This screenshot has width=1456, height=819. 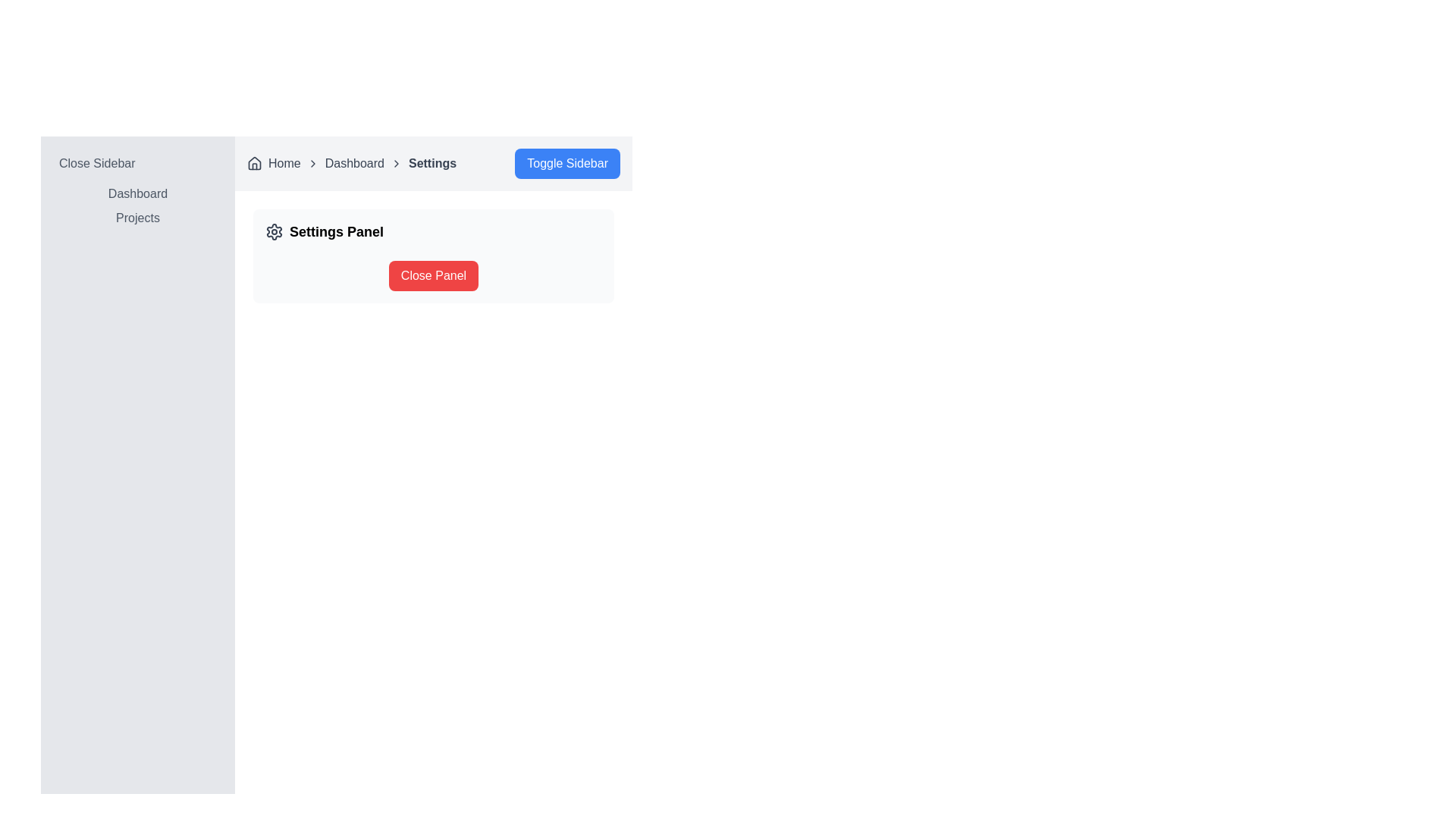 What do you see at coordinates (255, 164) in the screenshot?
I see `the 'Home' icon in the breadcrumb navigation bar, which is a small line-based design resembling a house, located at the far left before the text 'Home'` at bounding box center [255, 164].